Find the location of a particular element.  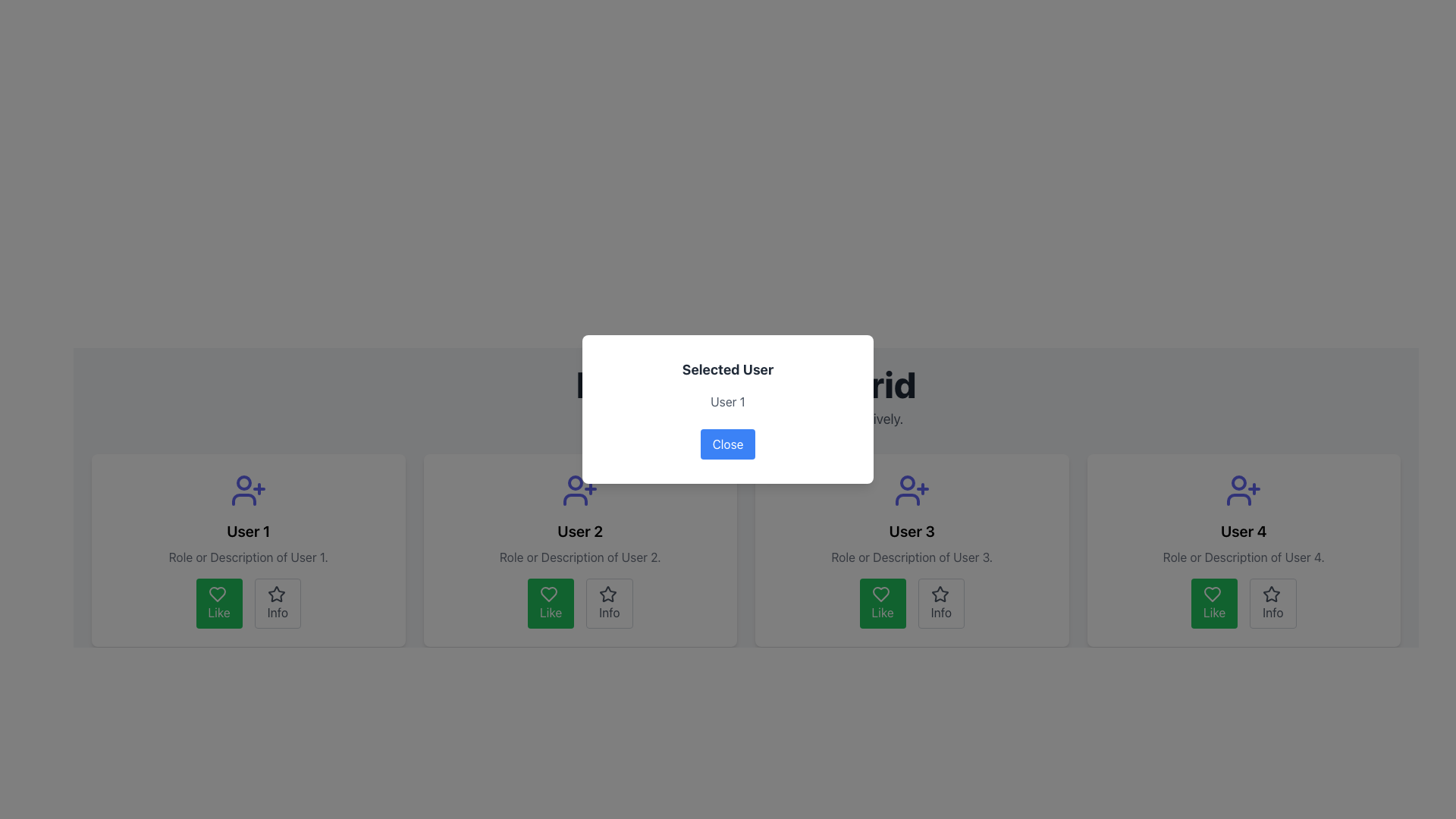

user icon with a '+' sign located at the top of the card for 'User 2' by clicking on it is located at coordinates (579, 491).